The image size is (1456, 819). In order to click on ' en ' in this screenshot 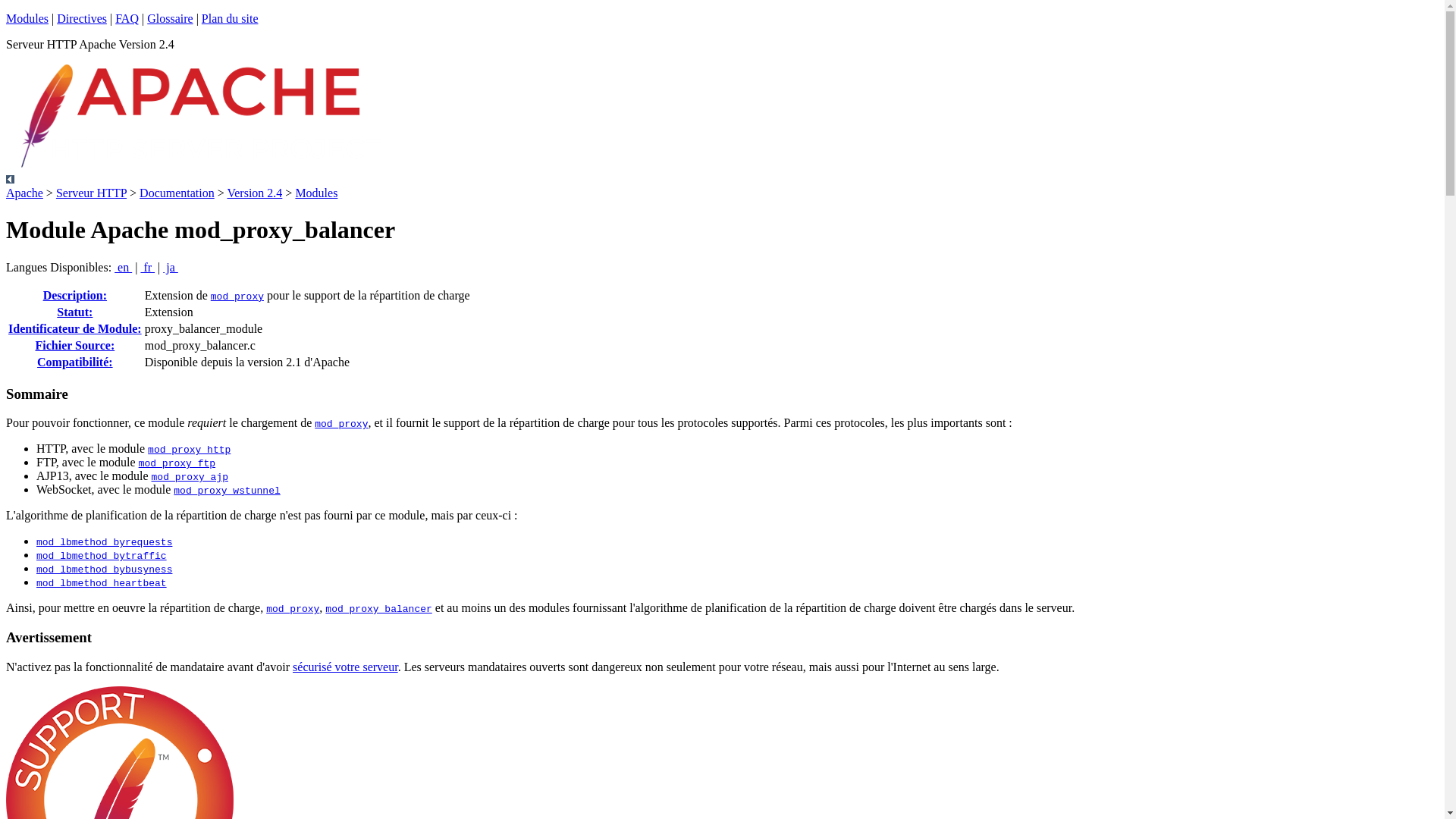, I will do `click(123, 266)`.